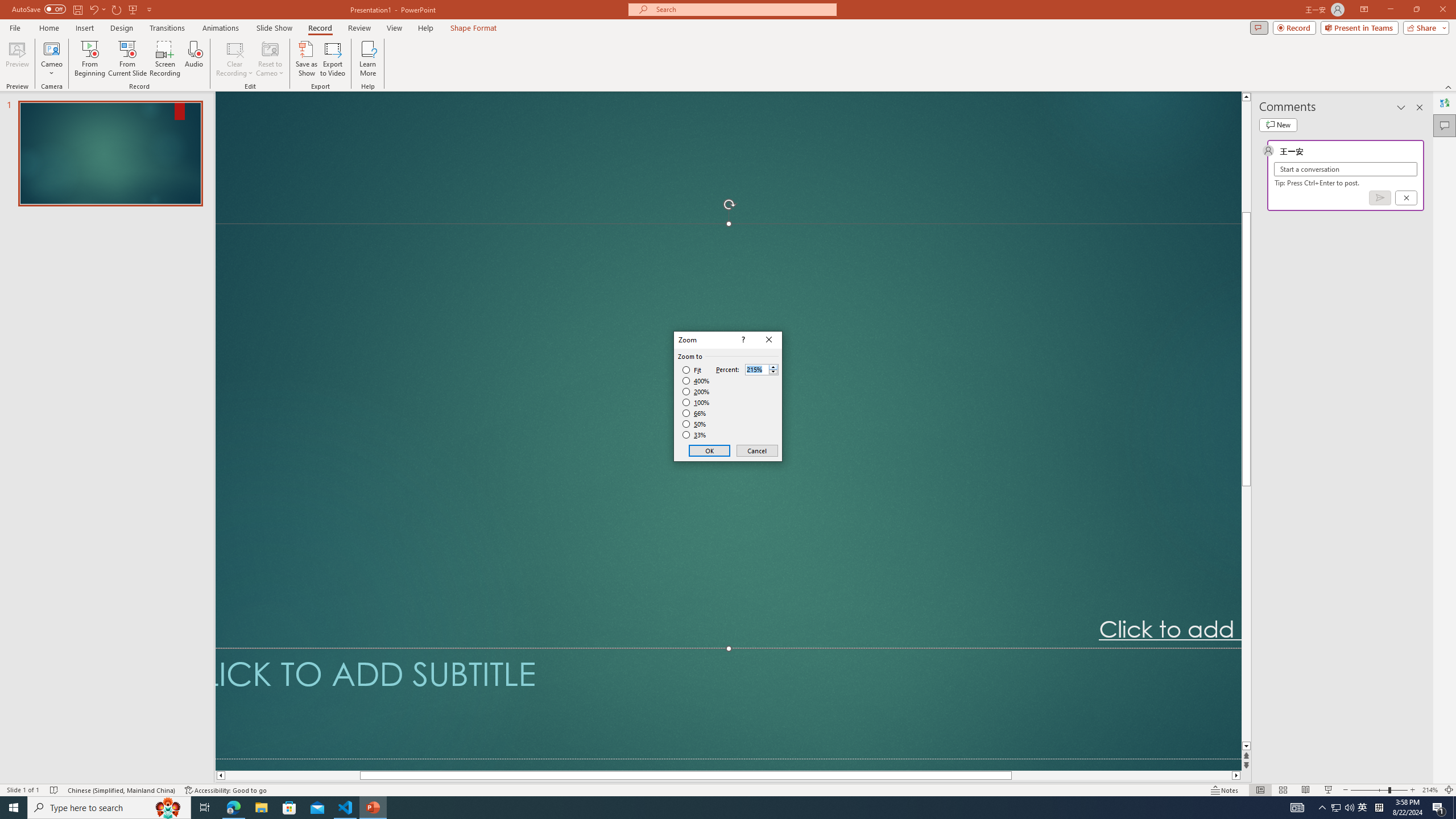  I want to click on 'Shape Format', so click(473, 28).